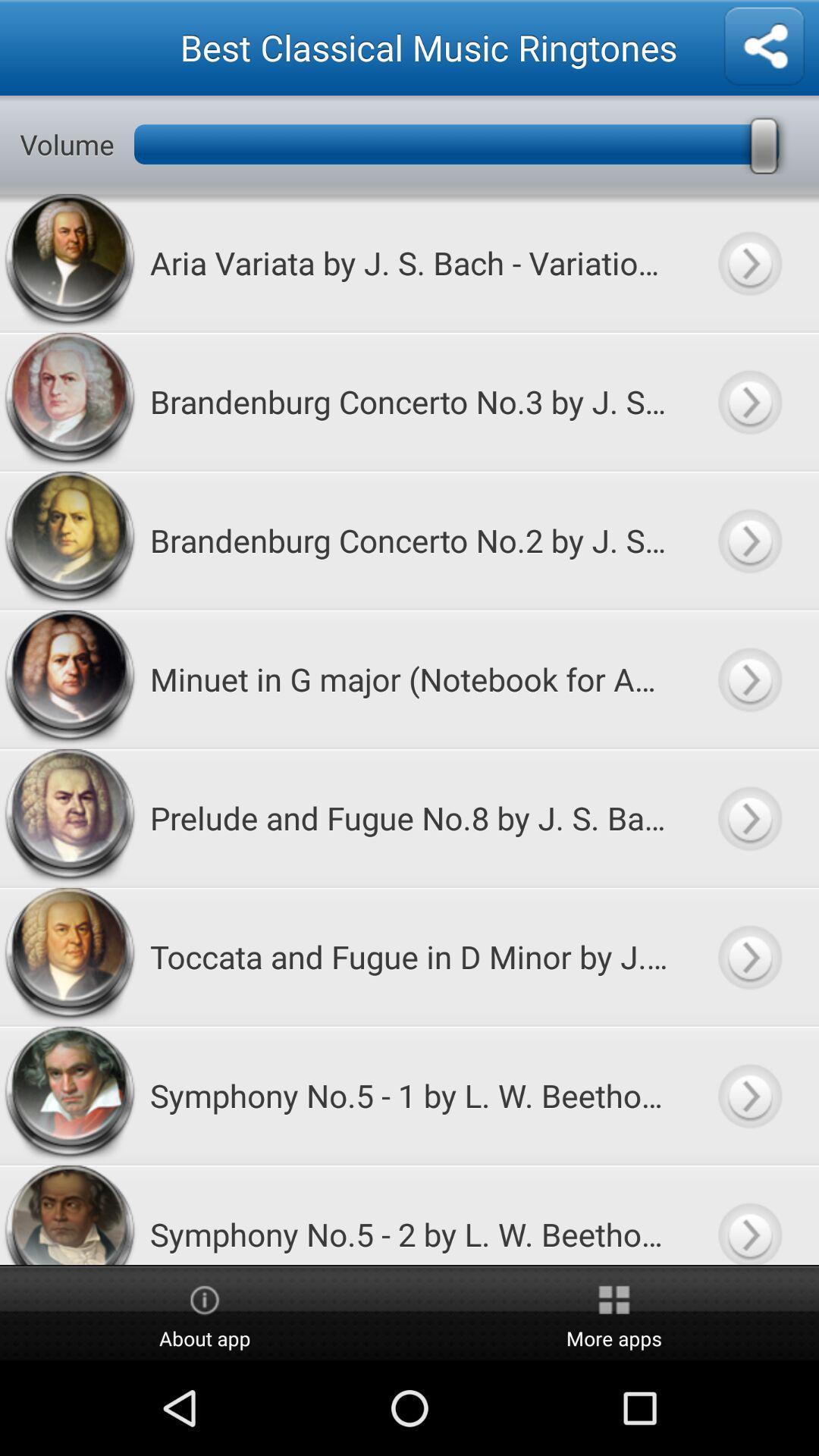 The height and width of the screenshot is (1456, 819). I want to click on to play, so click(748, 401).